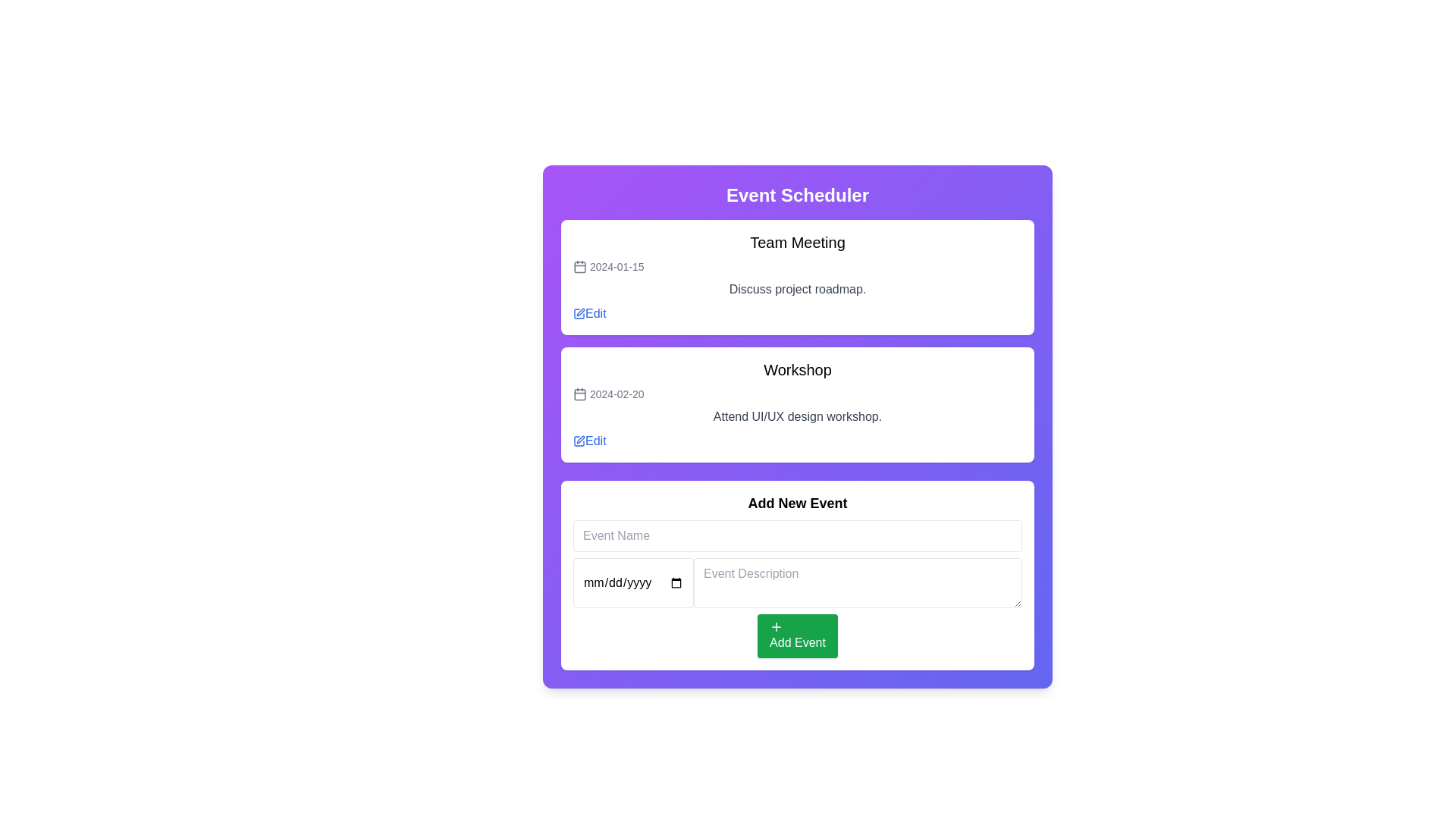 The width and height of the screenshot is (1456, 819). I want to click on the title text label of the event in the event scheduler interface, which is positioned above the date '2024-01-15' and adjacent to an 'Edit' link, so click(796, 242).